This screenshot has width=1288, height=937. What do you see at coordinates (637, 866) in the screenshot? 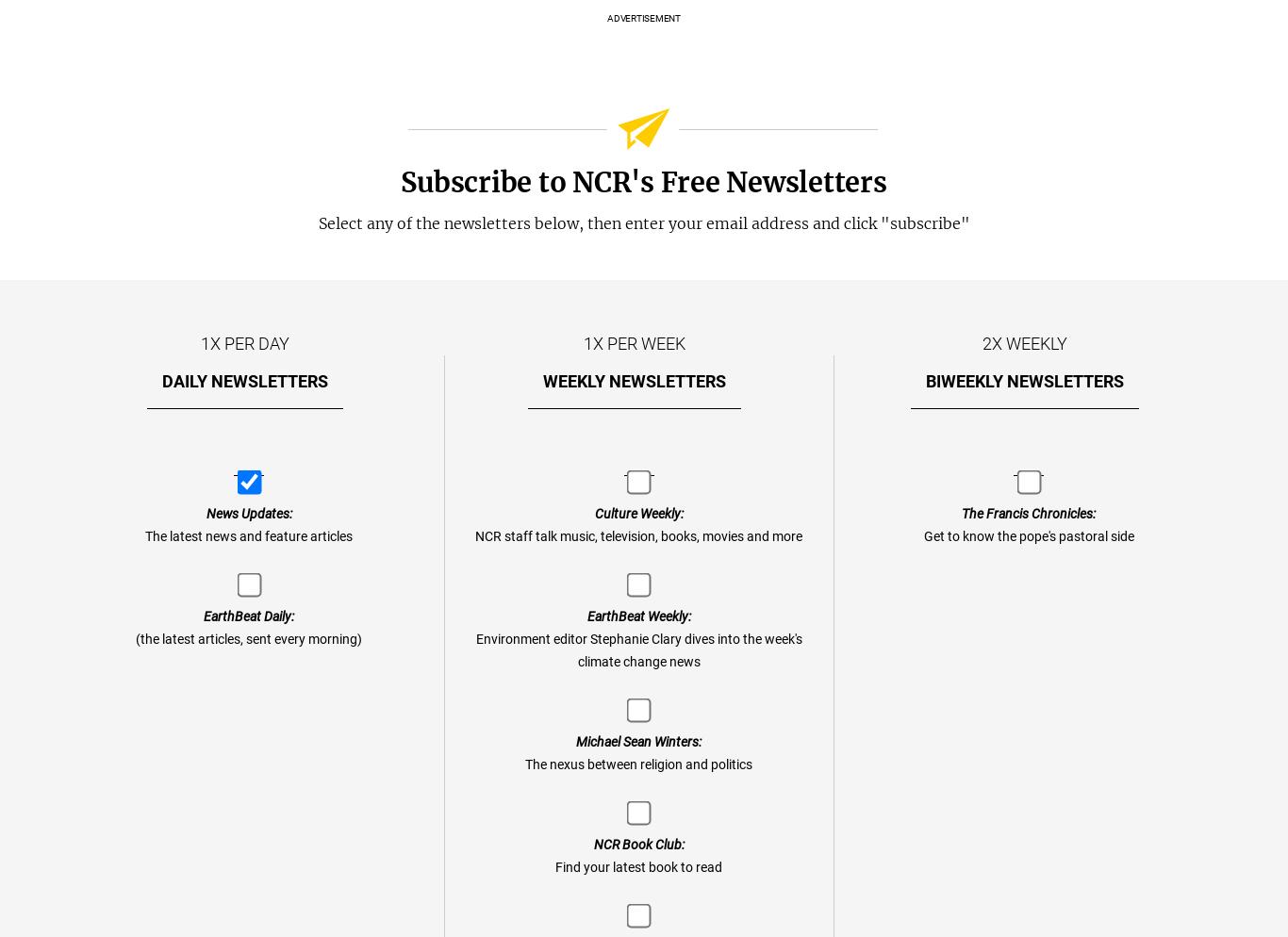
I see `'Find your latest book to read'` at bounding box center [637, 866].